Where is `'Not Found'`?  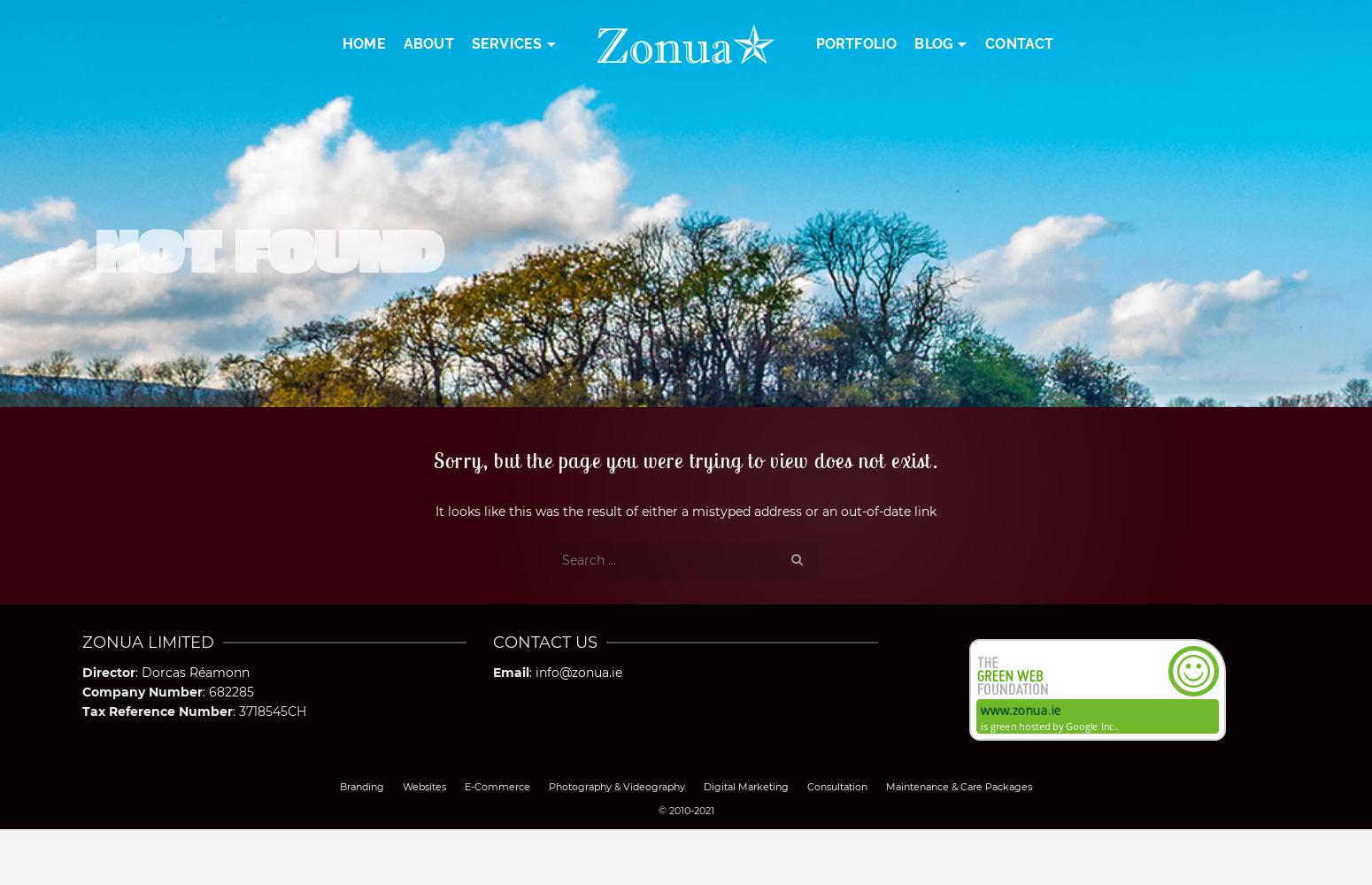 'Not Found' is located at coordinates (267, 247).